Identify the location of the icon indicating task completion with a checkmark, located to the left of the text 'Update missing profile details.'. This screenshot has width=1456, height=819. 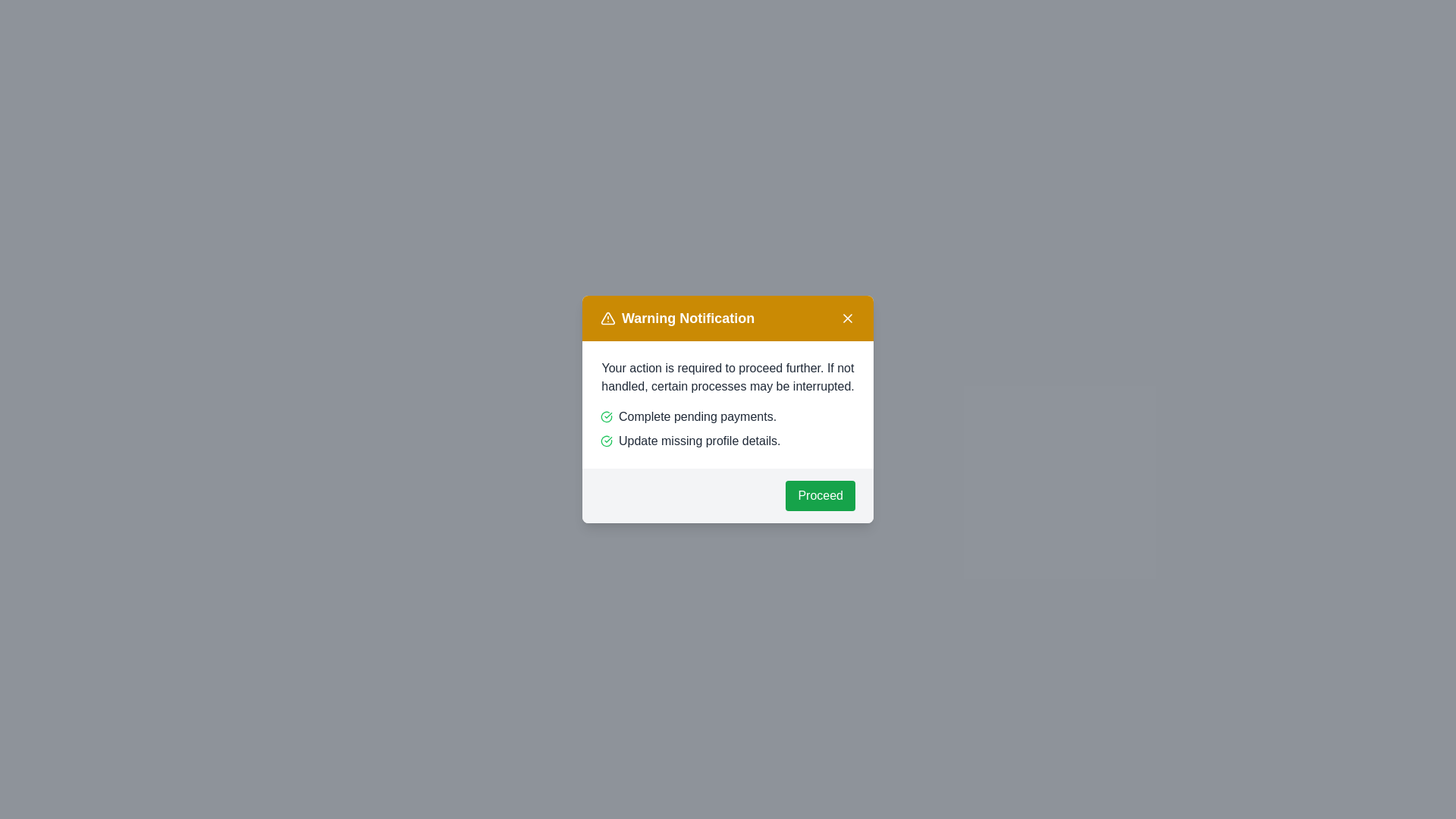
(607, 441).